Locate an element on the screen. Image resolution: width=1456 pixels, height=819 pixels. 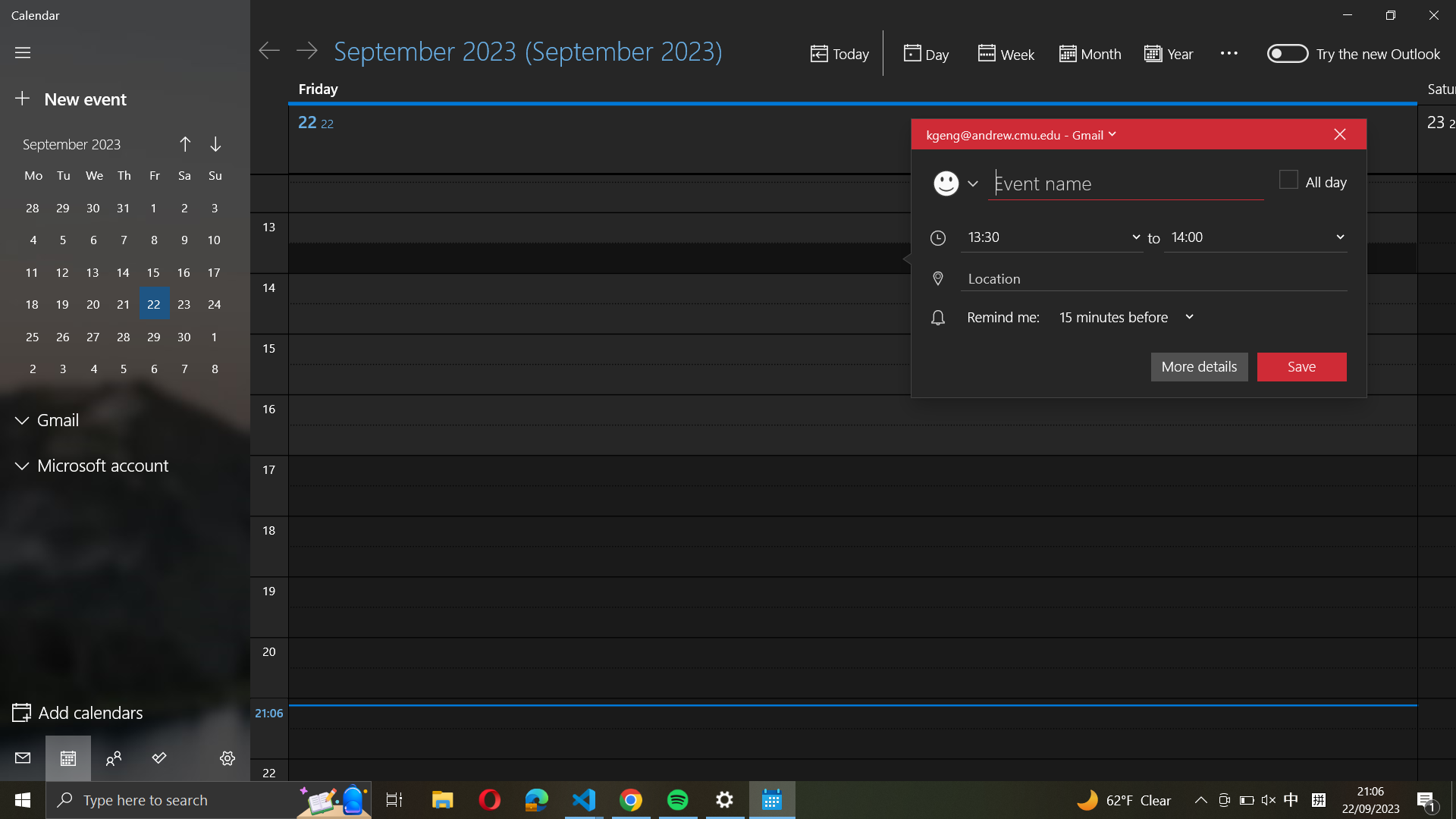
the month before on the calendar is located at coordinates (184, 146).